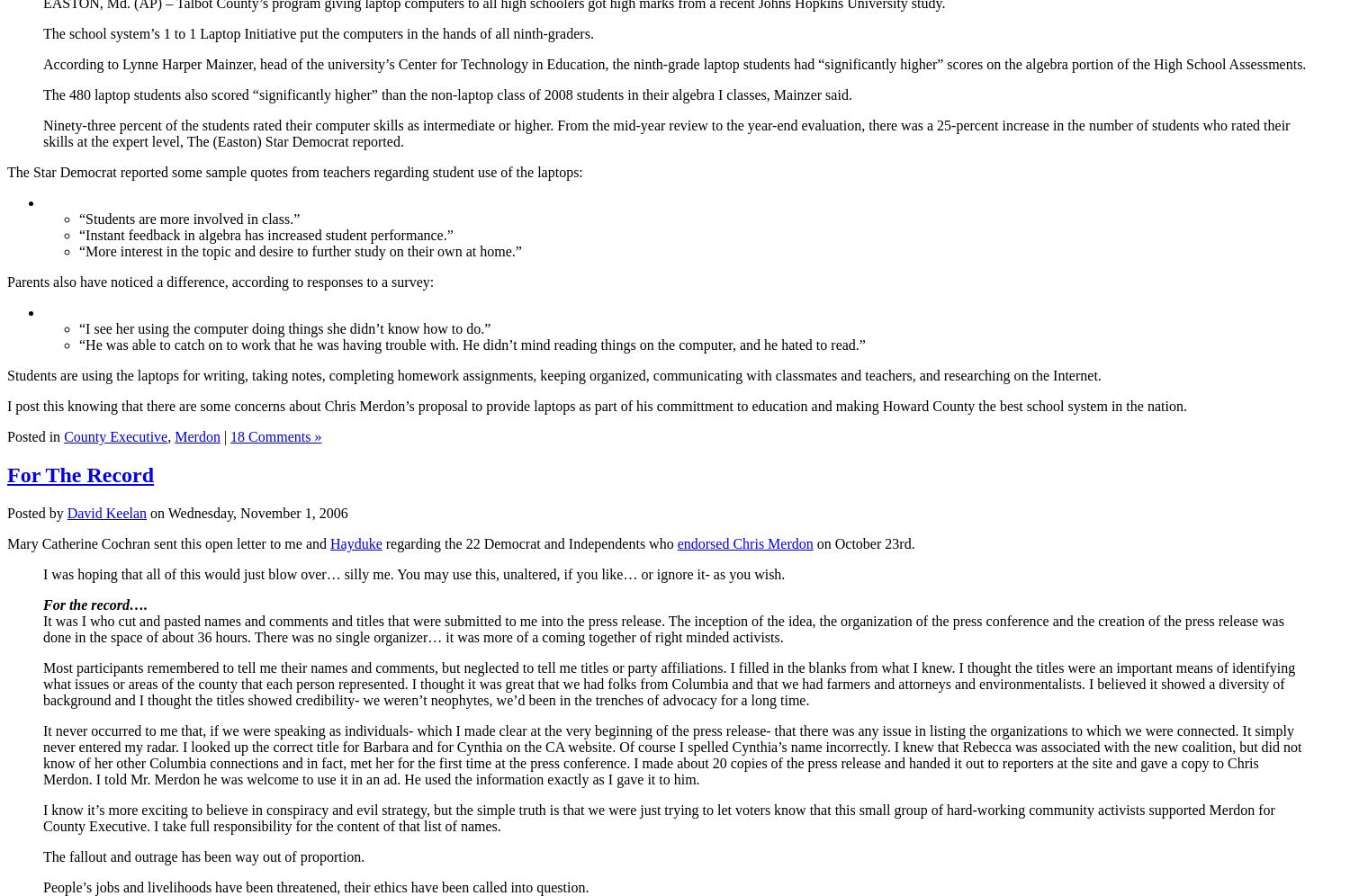  I want to click on '18 Comments »', so click(275, 435).